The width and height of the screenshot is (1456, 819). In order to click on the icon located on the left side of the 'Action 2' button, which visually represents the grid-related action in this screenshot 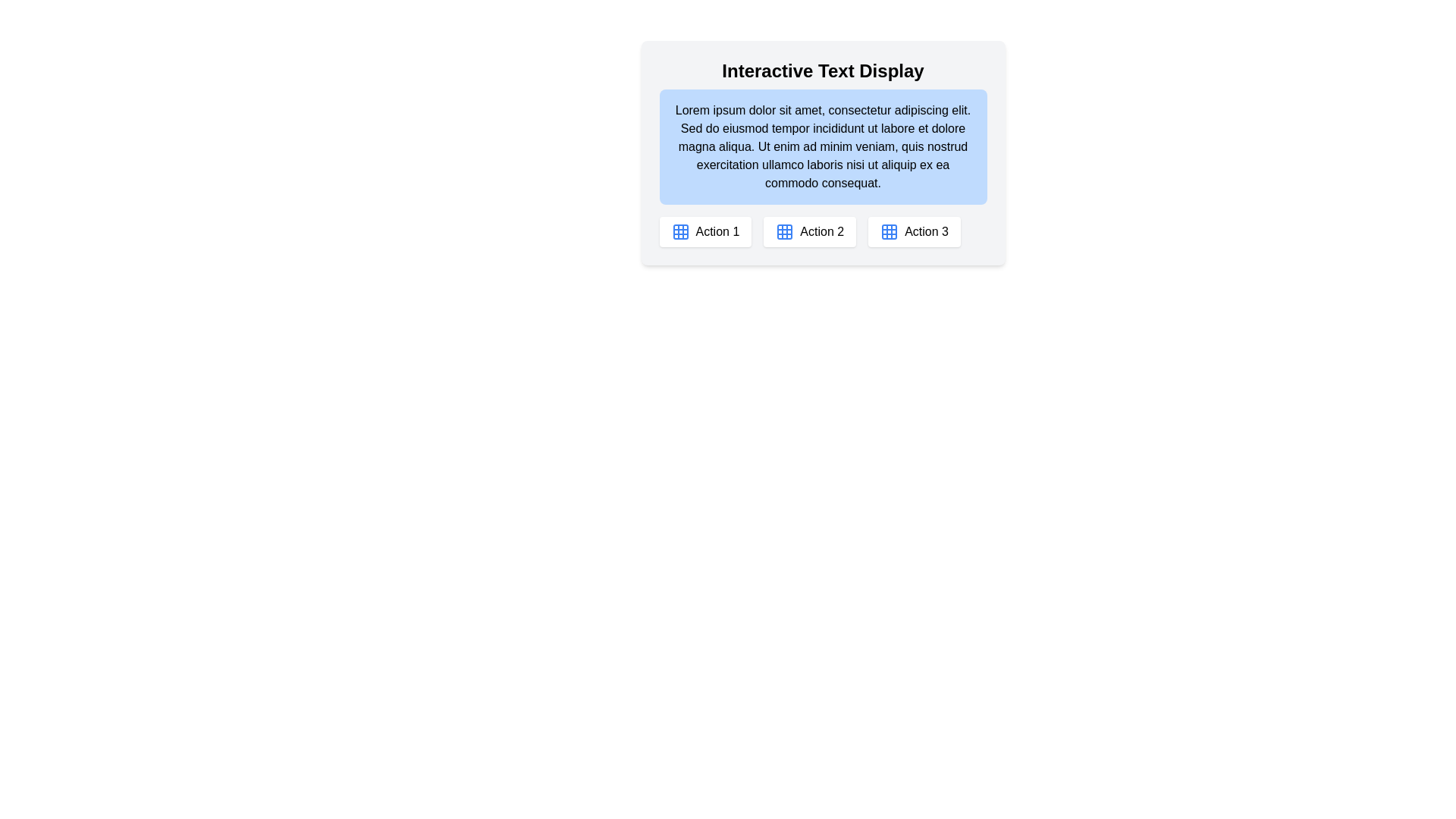, I will do `click(785, 231)`.